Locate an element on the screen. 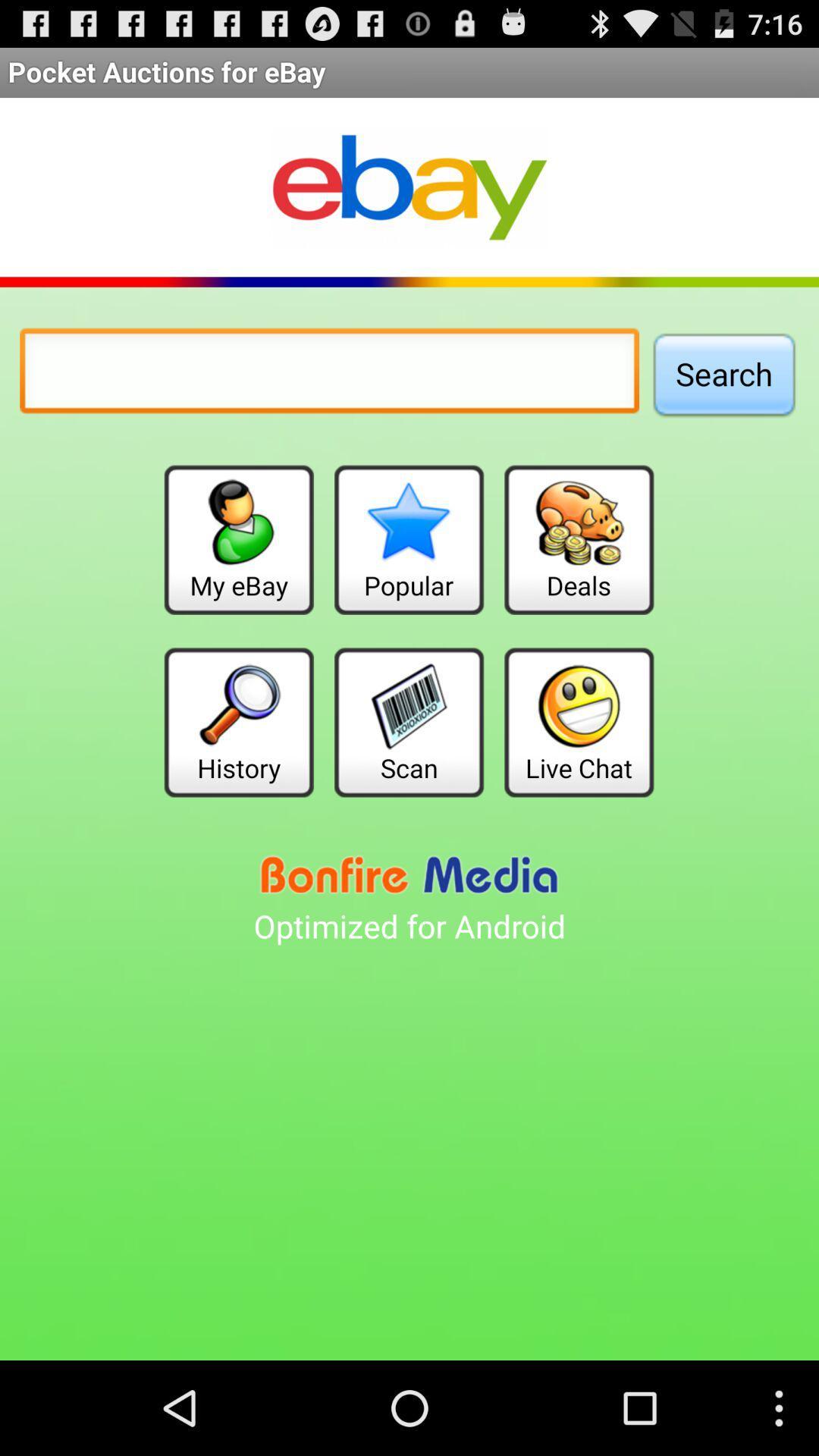 This screenshot has width=819, height=1456. item below popular icon is located at coordinates (408, 721).